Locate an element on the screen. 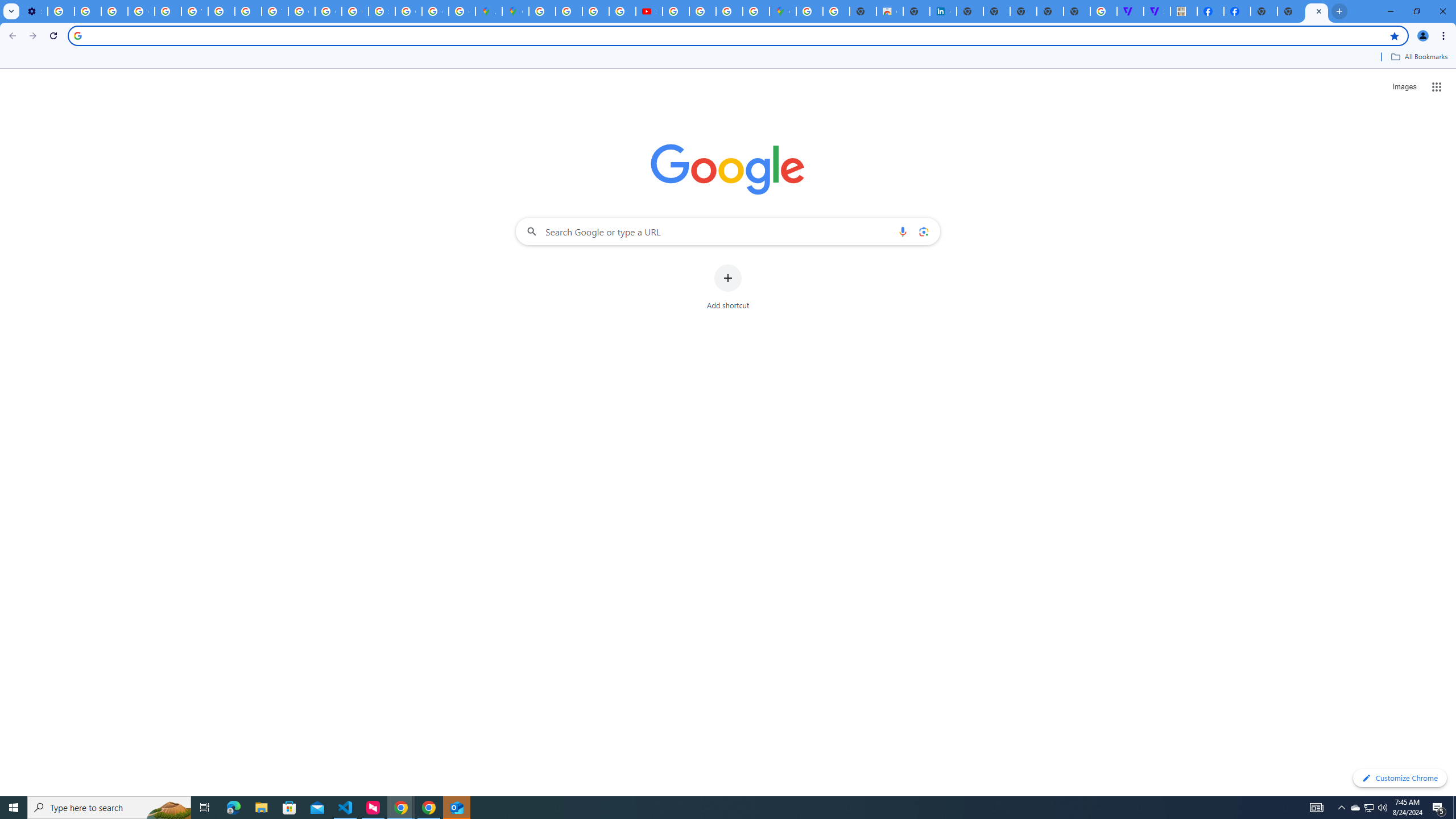  'Subscriptions - YouTube' is located at coordinates (649, 11).